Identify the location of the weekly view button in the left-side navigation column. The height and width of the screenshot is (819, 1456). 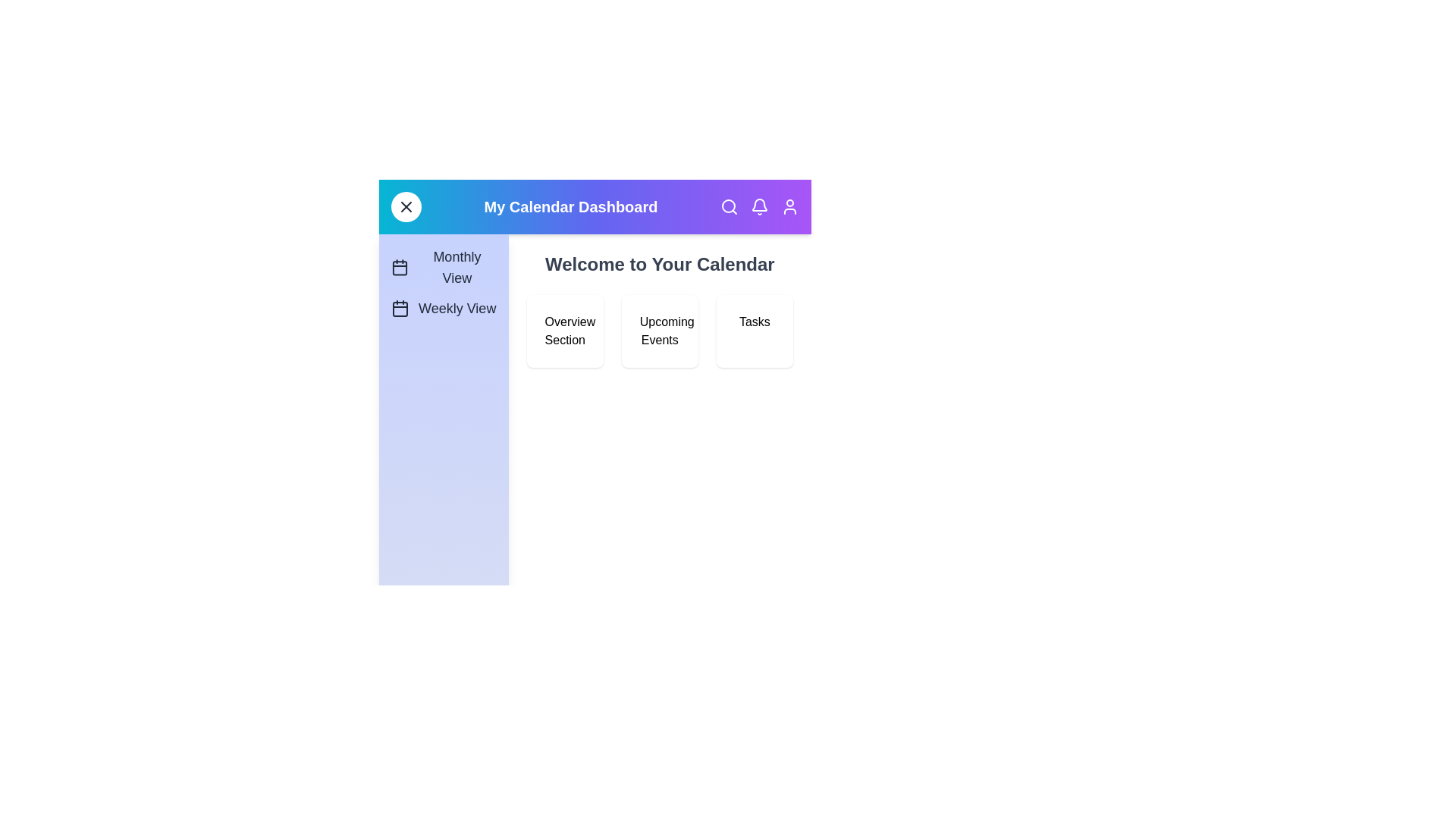
(443, 308).